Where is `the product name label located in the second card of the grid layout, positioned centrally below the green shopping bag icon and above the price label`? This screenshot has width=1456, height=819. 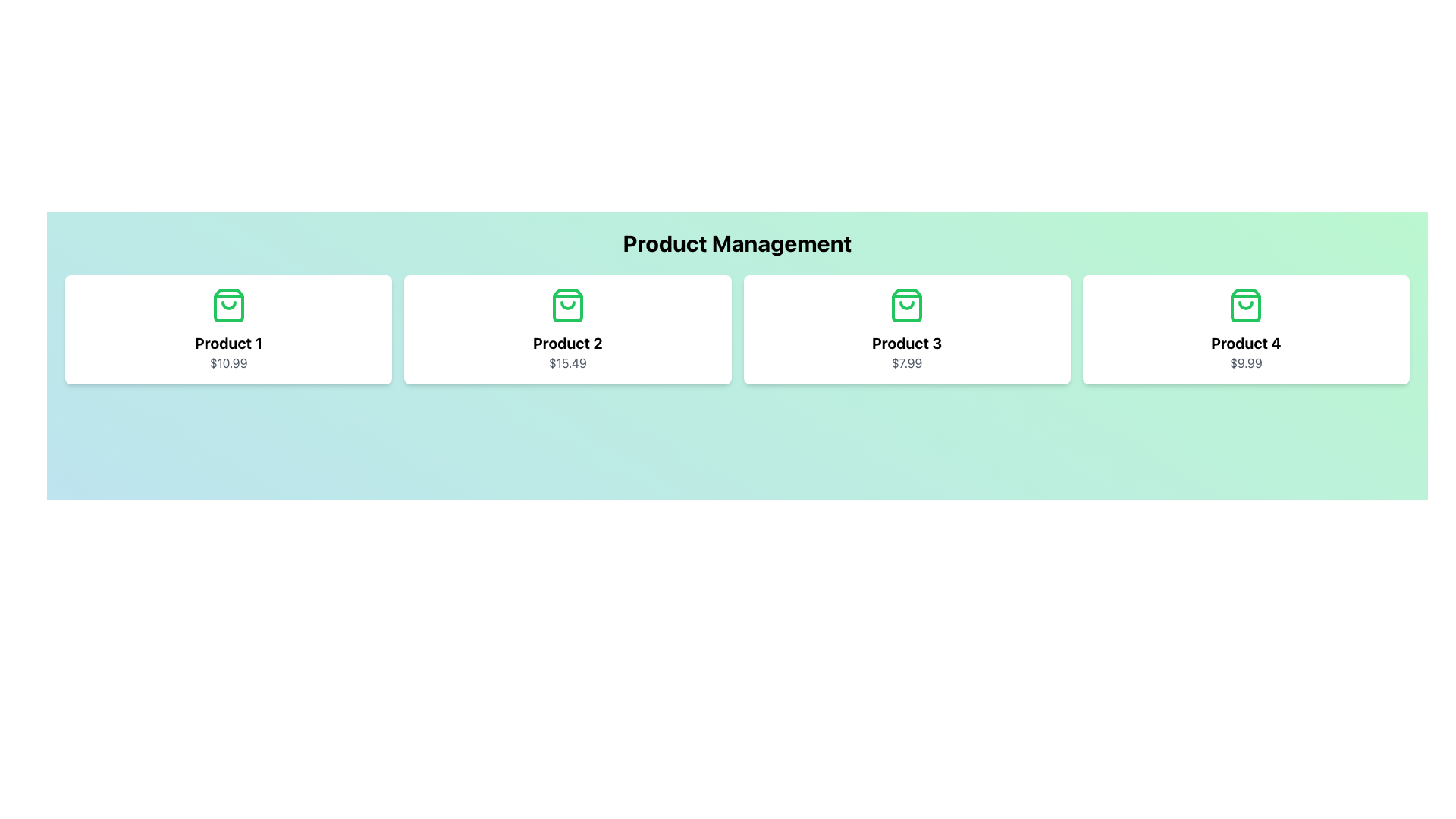 the product name label located in the second card of the grid layout, positioned centrally below the green shopping bag icon and above the price label is located at coordinates (566, 343).